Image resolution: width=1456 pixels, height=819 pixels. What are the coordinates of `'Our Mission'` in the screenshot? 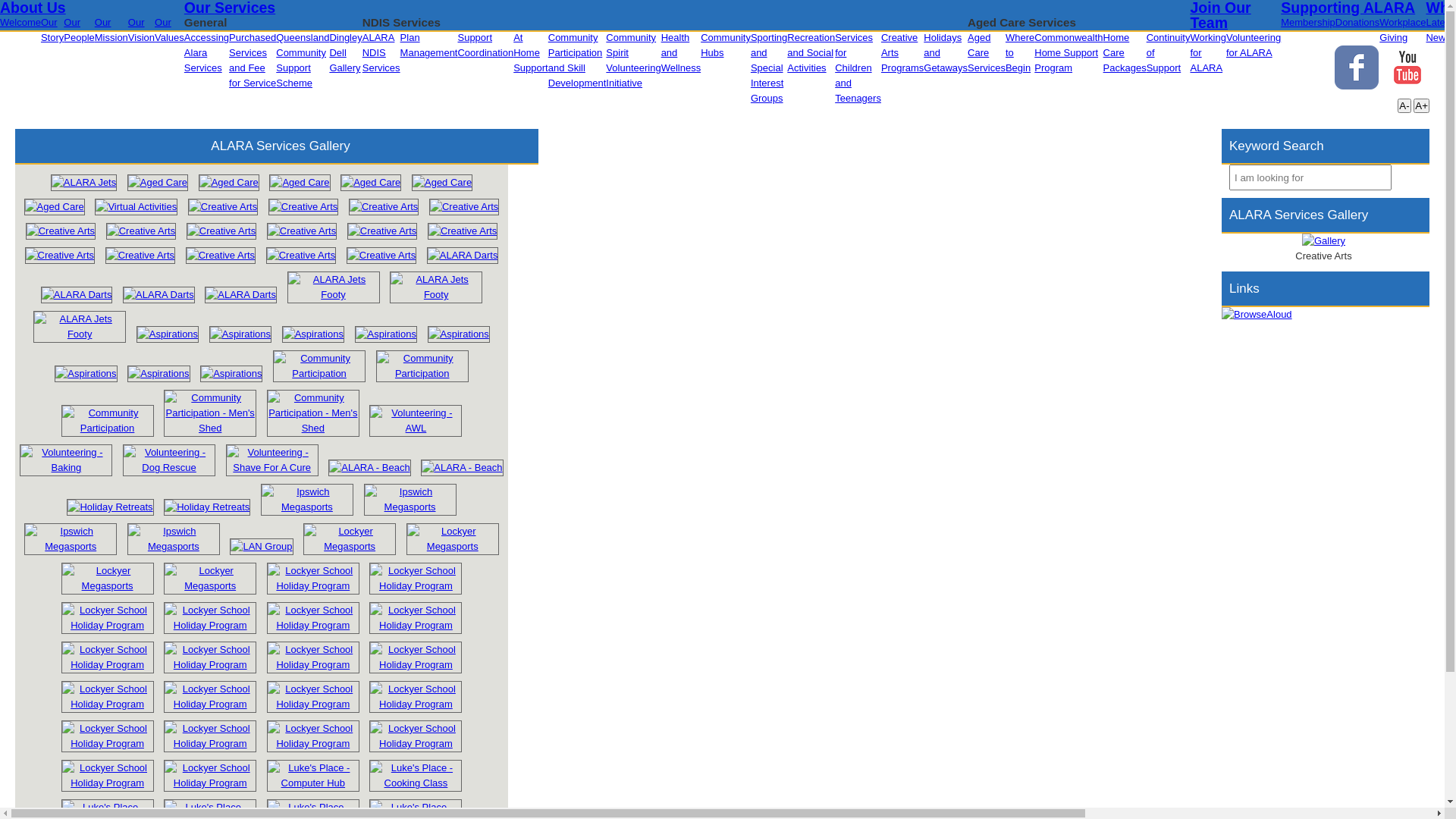 It's located at (111, 30).